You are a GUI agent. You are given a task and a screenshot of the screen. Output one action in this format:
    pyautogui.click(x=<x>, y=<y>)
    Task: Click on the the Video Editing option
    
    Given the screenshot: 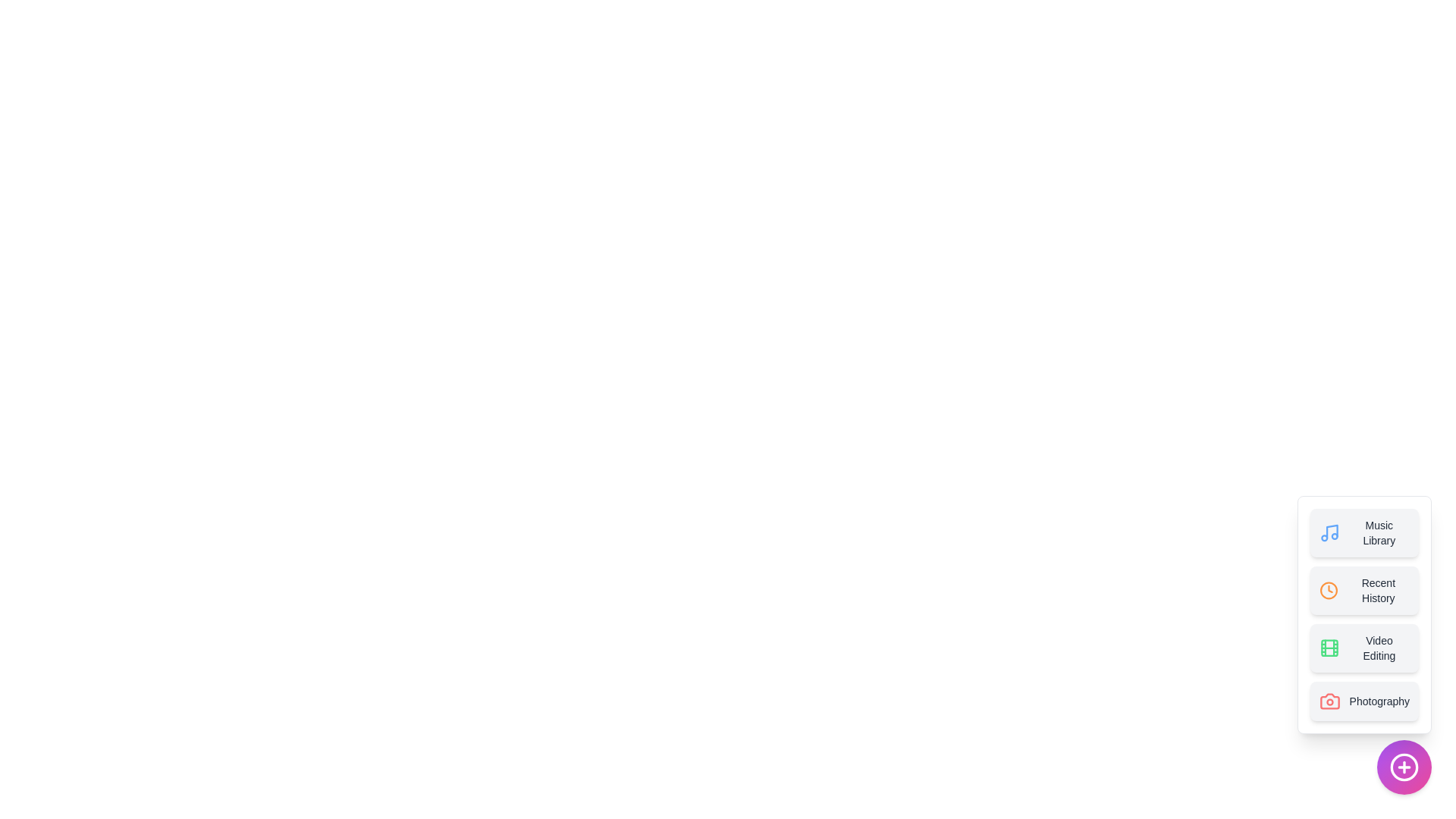 What is the action you would take?
    pyautogui.click(x=1364, y=648)
    